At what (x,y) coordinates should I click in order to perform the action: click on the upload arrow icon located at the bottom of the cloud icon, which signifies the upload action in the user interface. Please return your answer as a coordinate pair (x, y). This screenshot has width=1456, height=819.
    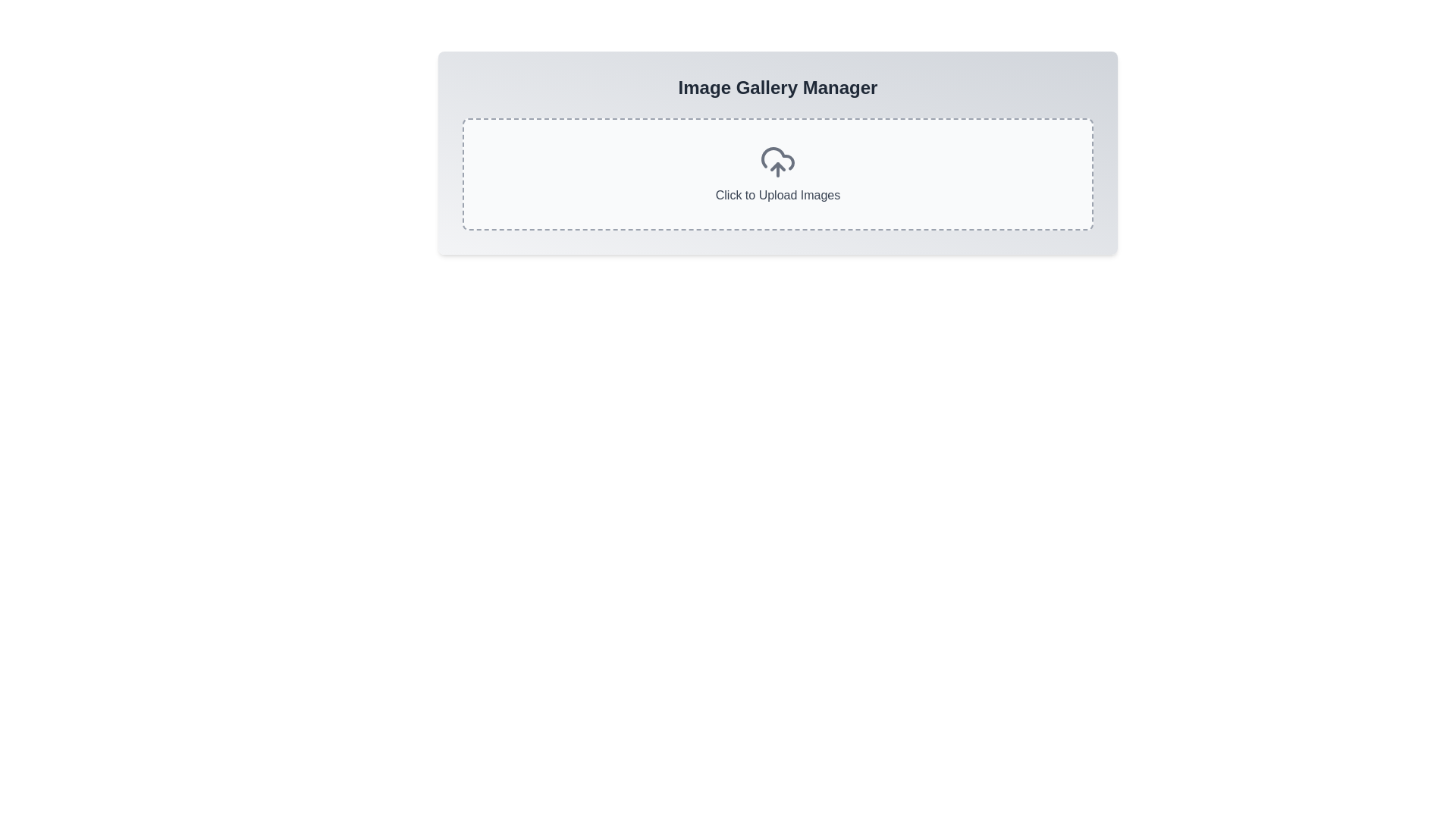
    Looking at the image, I should click on (778, 166).